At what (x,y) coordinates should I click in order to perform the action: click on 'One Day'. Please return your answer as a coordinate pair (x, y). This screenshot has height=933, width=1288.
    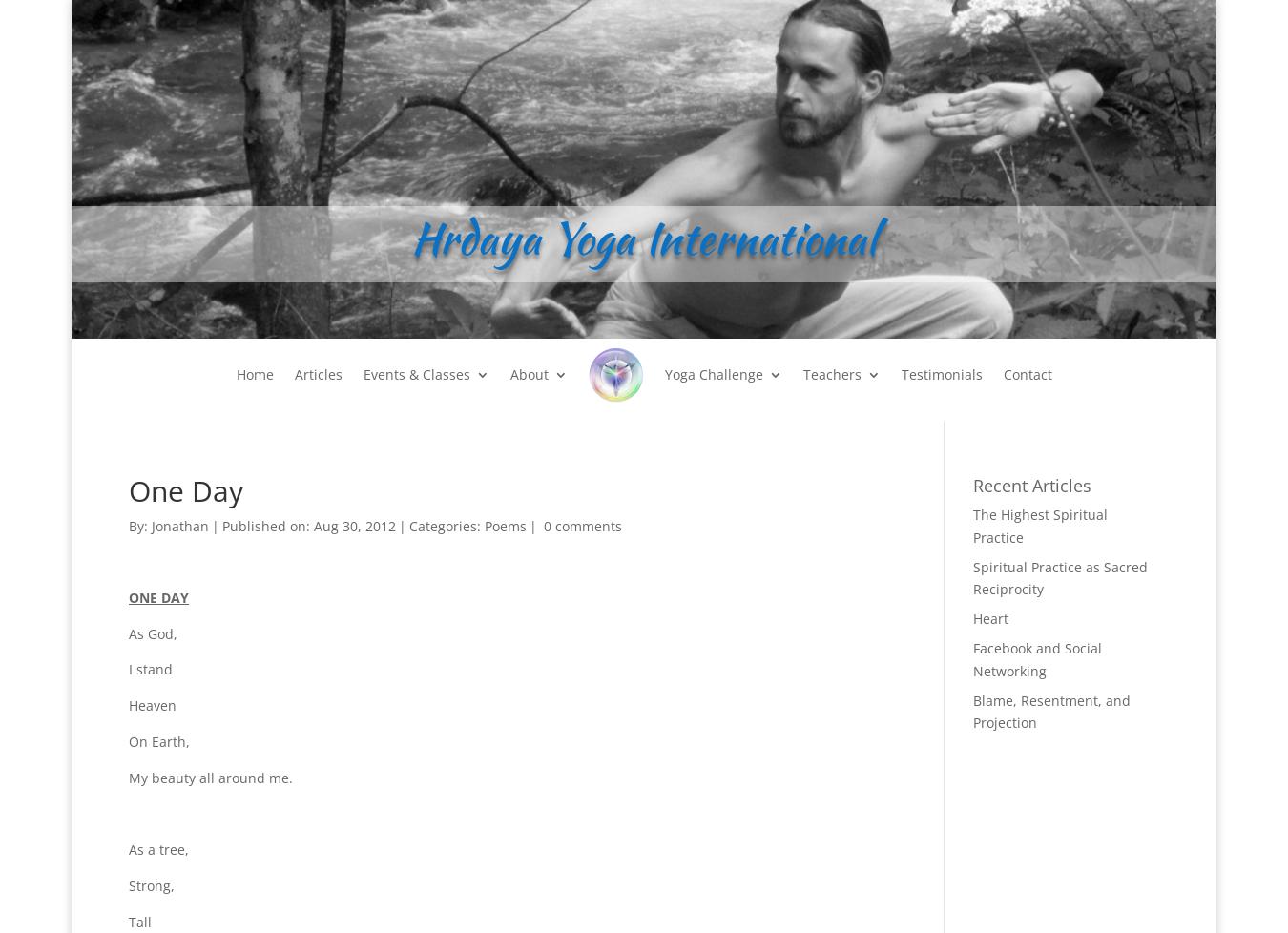
    Looking at the image, I should click on (185, 490).